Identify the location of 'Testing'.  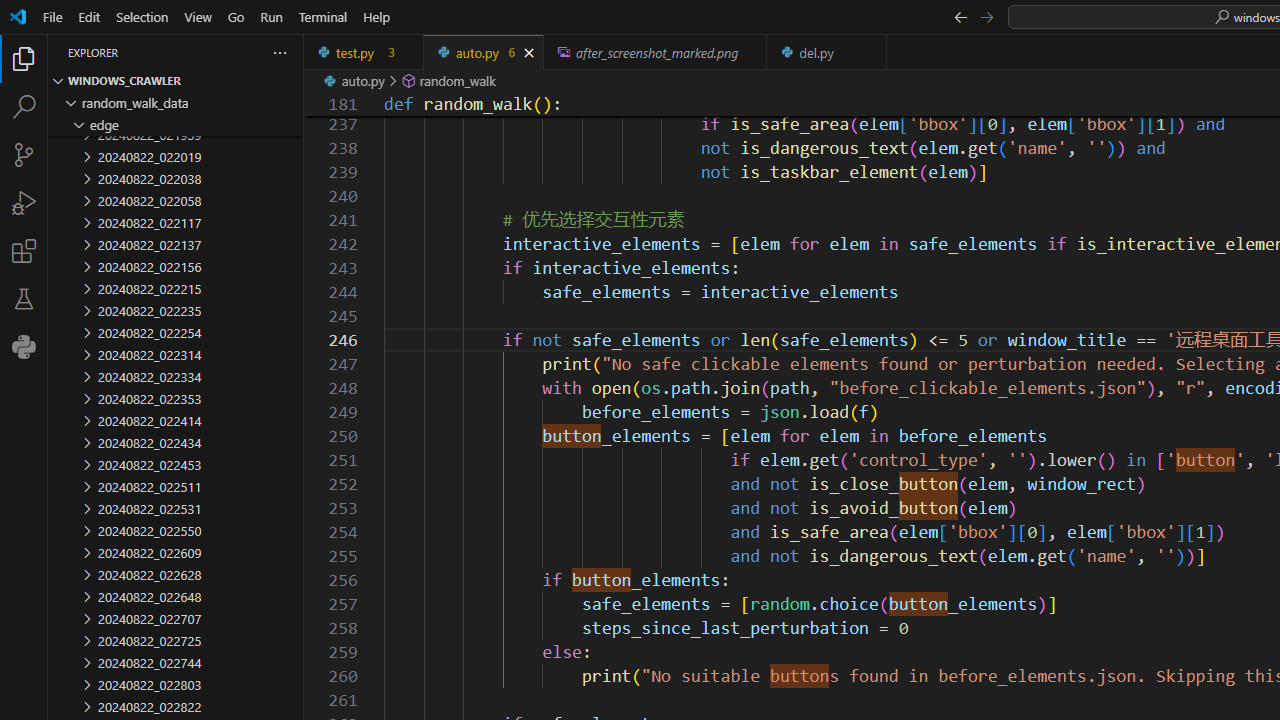
(24, 299).